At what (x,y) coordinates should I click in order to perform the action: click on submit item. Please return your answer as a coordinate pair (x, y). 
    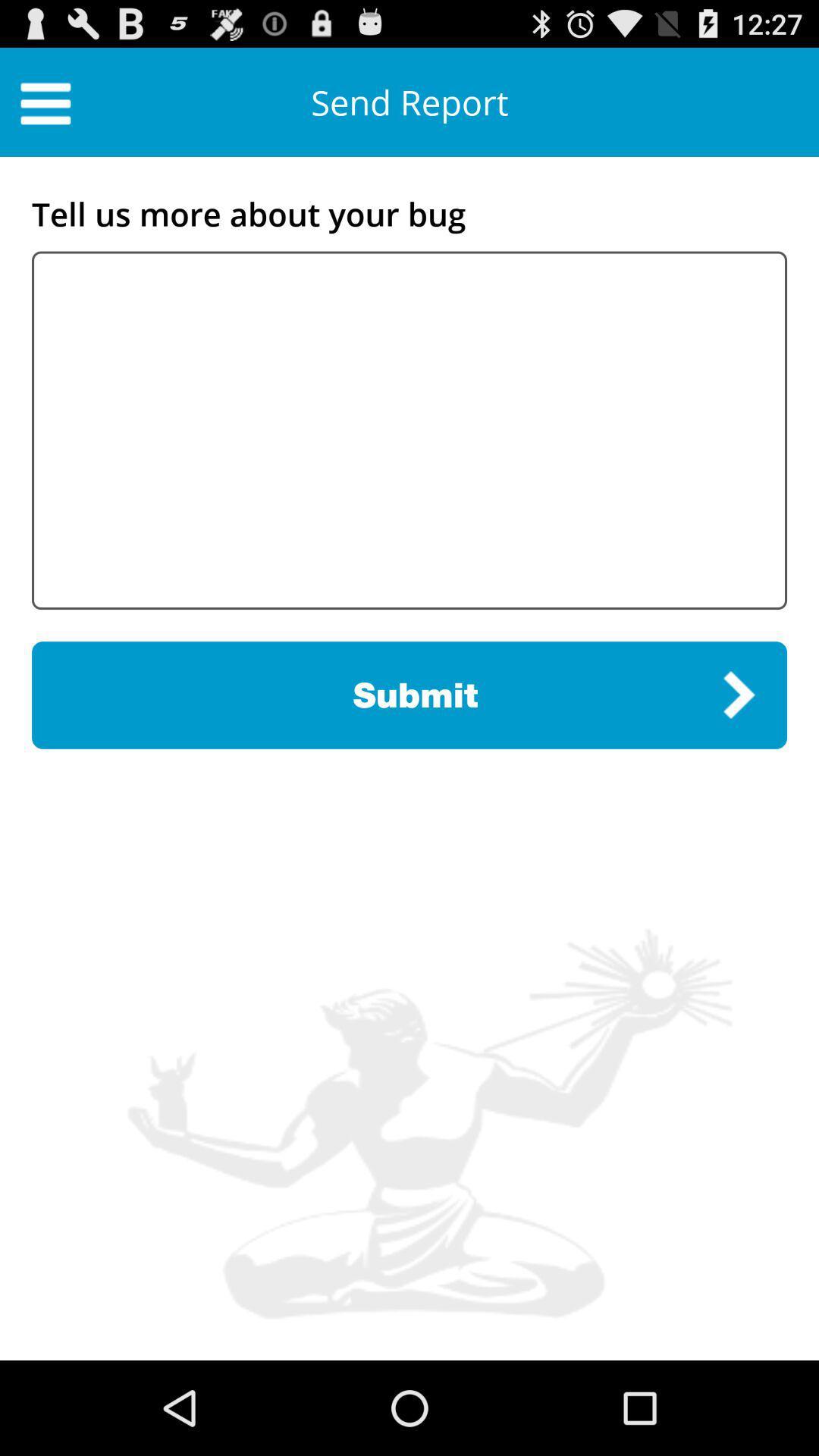
    Looking at the image, I should click on (409, 694).